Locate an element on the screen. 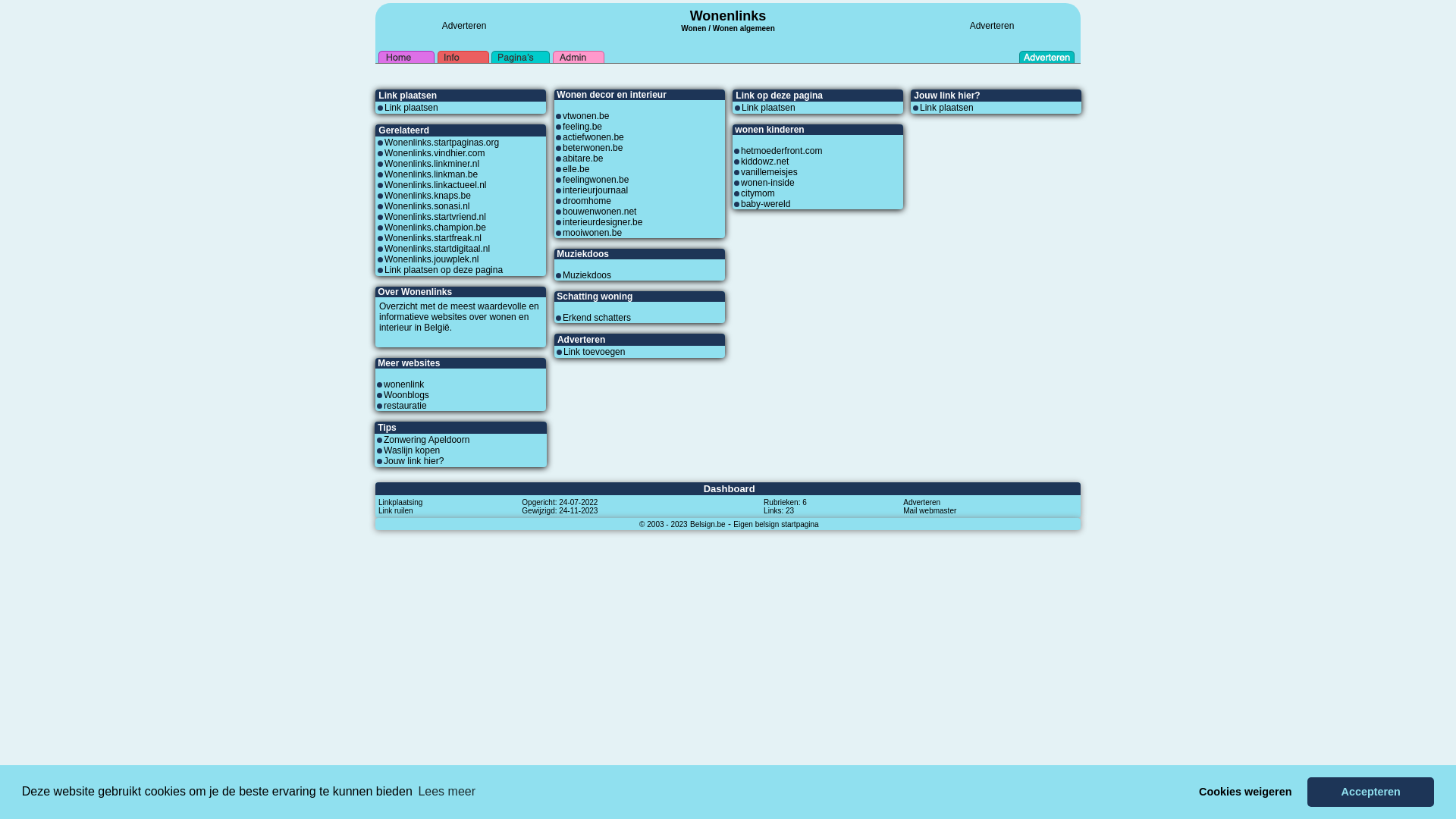 The height and width of the screenshot is (819, 1456). 'Wonenlinks.jouwplek.nl' is located at coordinates (431, 259).